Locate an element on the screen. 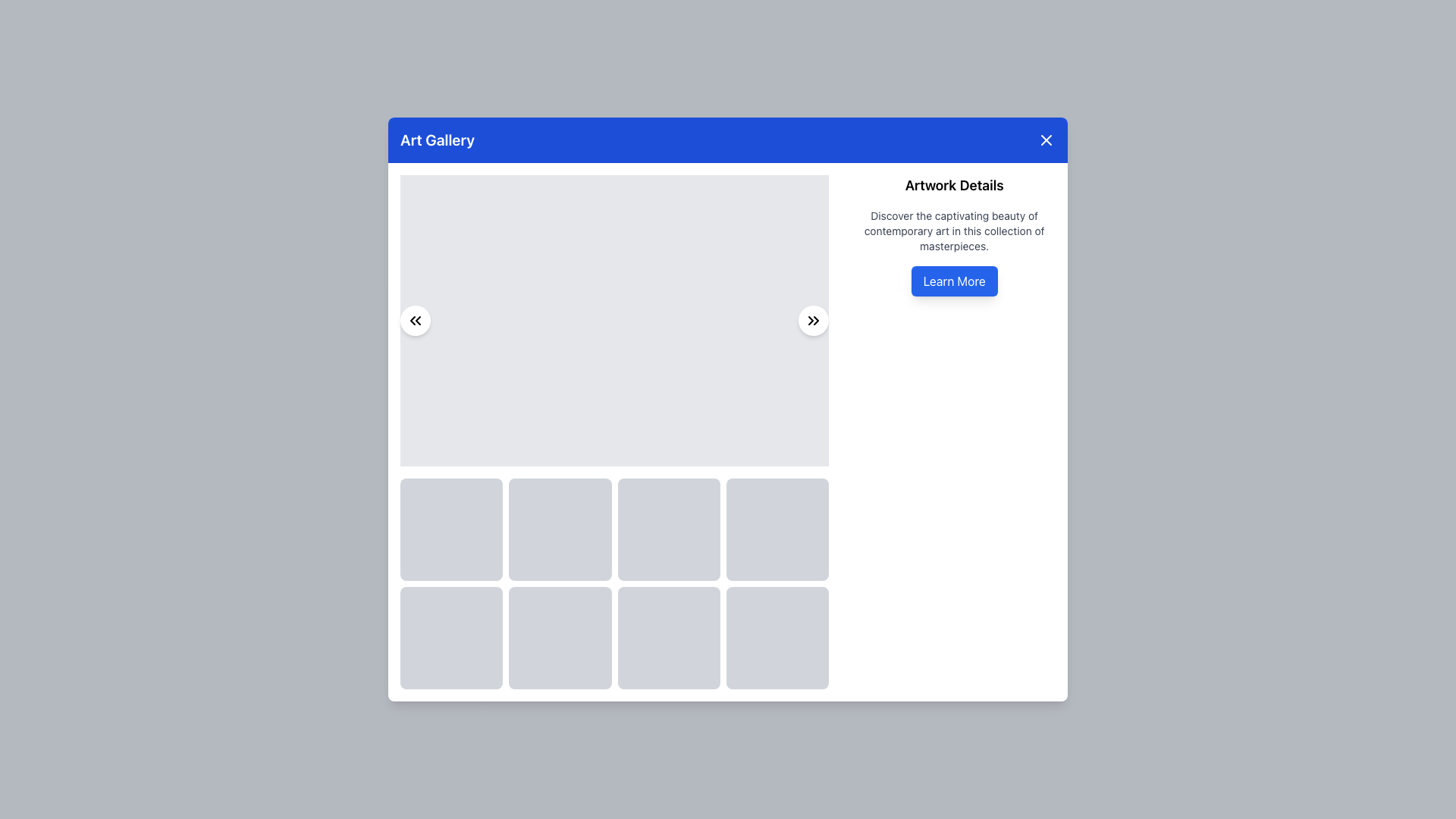  the square-shaped box with a light gray background and rounded corners located in the first column of the second row of the grid layout is located at coordinates (450, 638).